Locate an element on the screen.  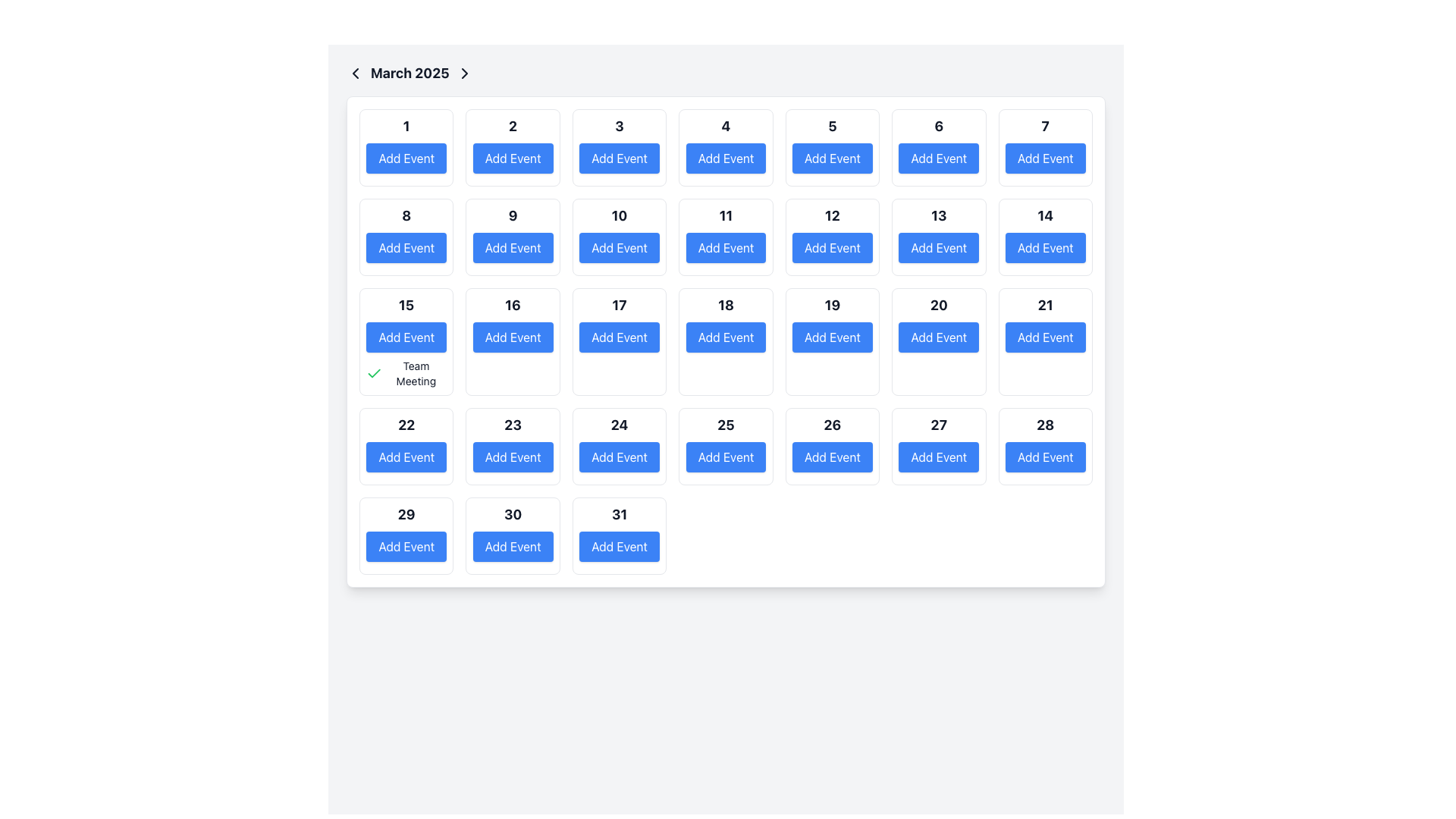
the Text Display element that conveys the calendar date '9', which is centrally placed in the second row and third column of the calendar grid is located at coordinates (513, 216).